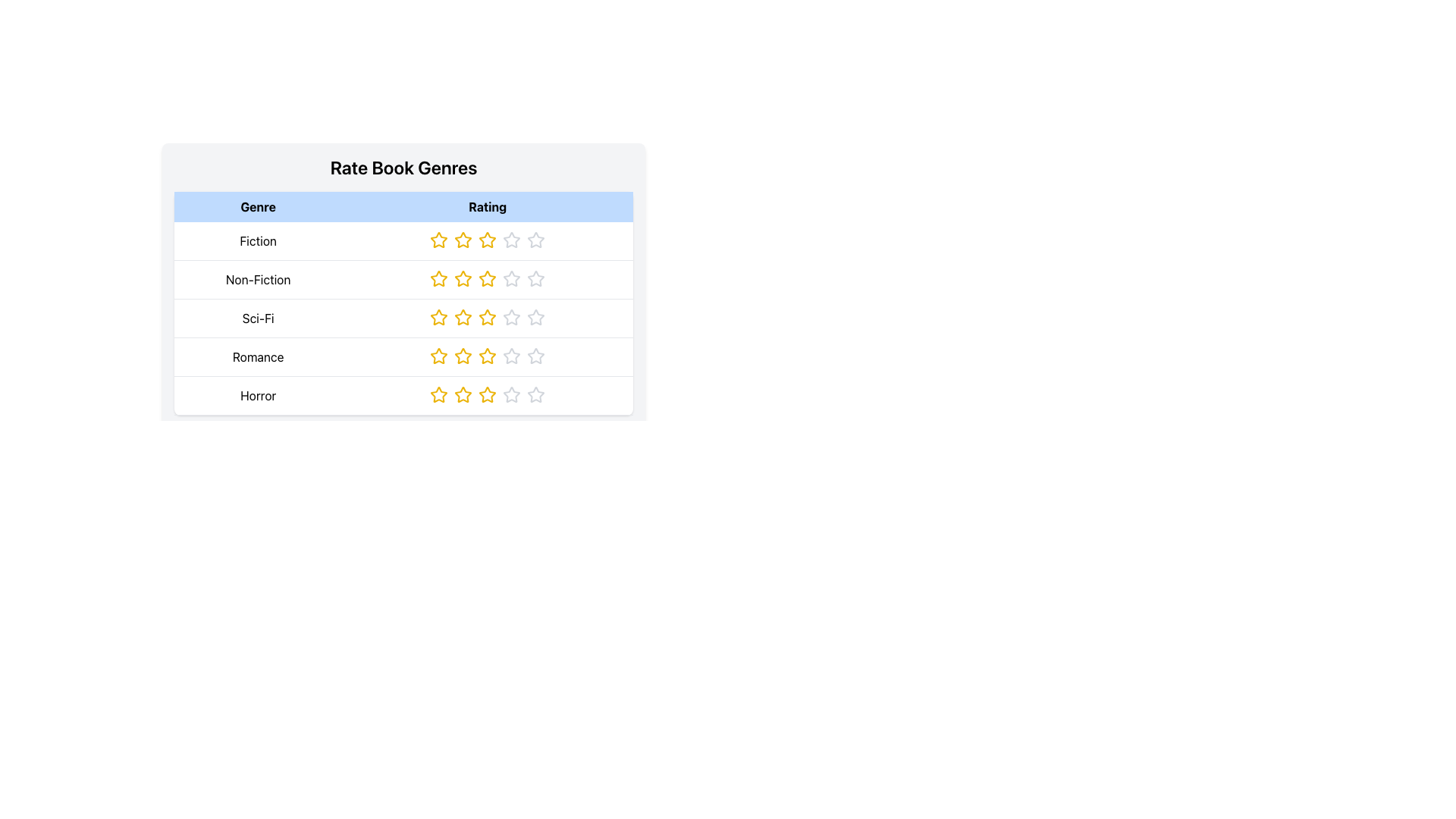  Describe the element at coordinates (512, 278) in the screenshot. I see `the third star in the rating system located in the second row of the table under the 'Rating' column adjacent to the 'Non-Fiction' genre` at that location.